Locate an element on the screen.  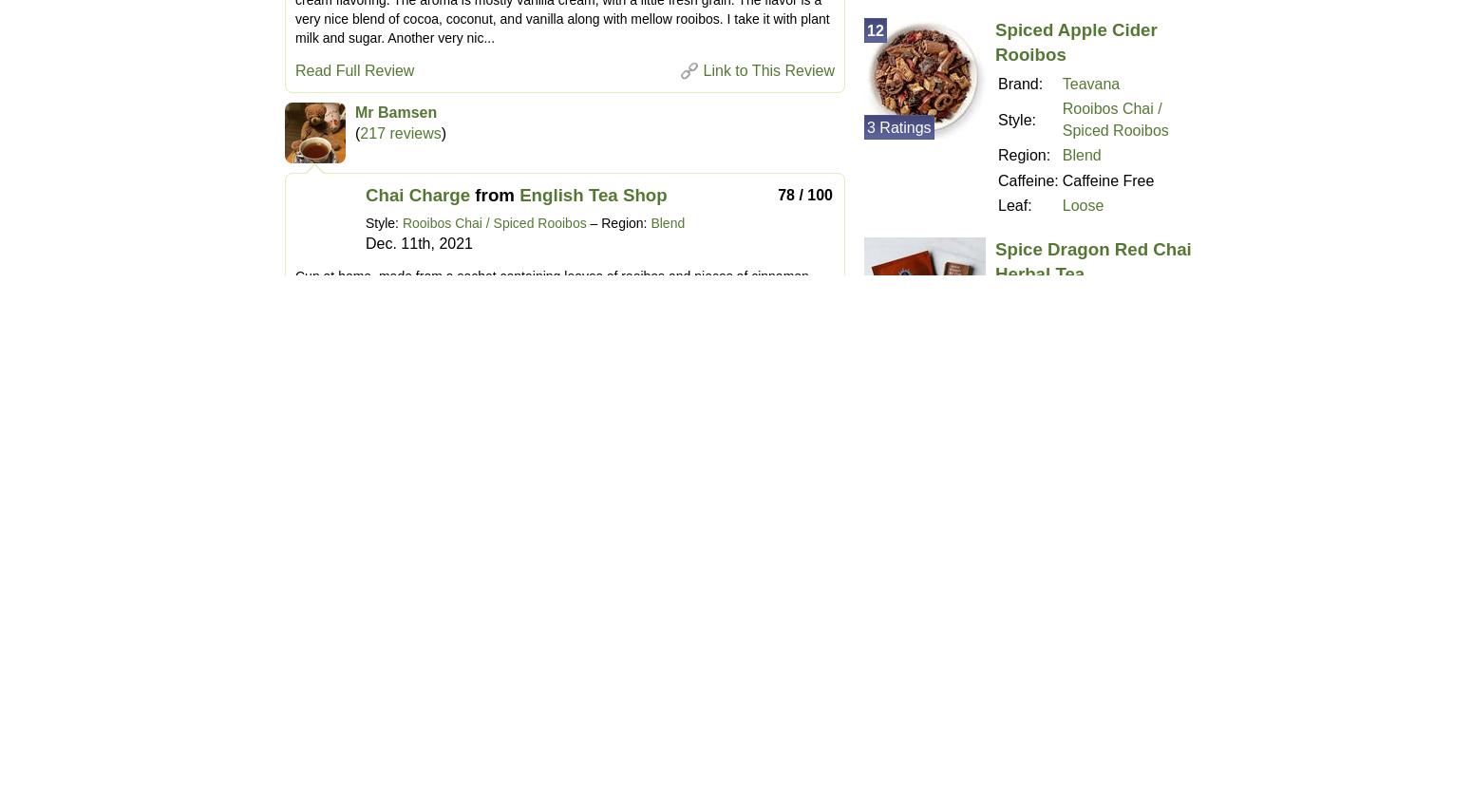
'84 / 100' is located at coordinates (777, 714).